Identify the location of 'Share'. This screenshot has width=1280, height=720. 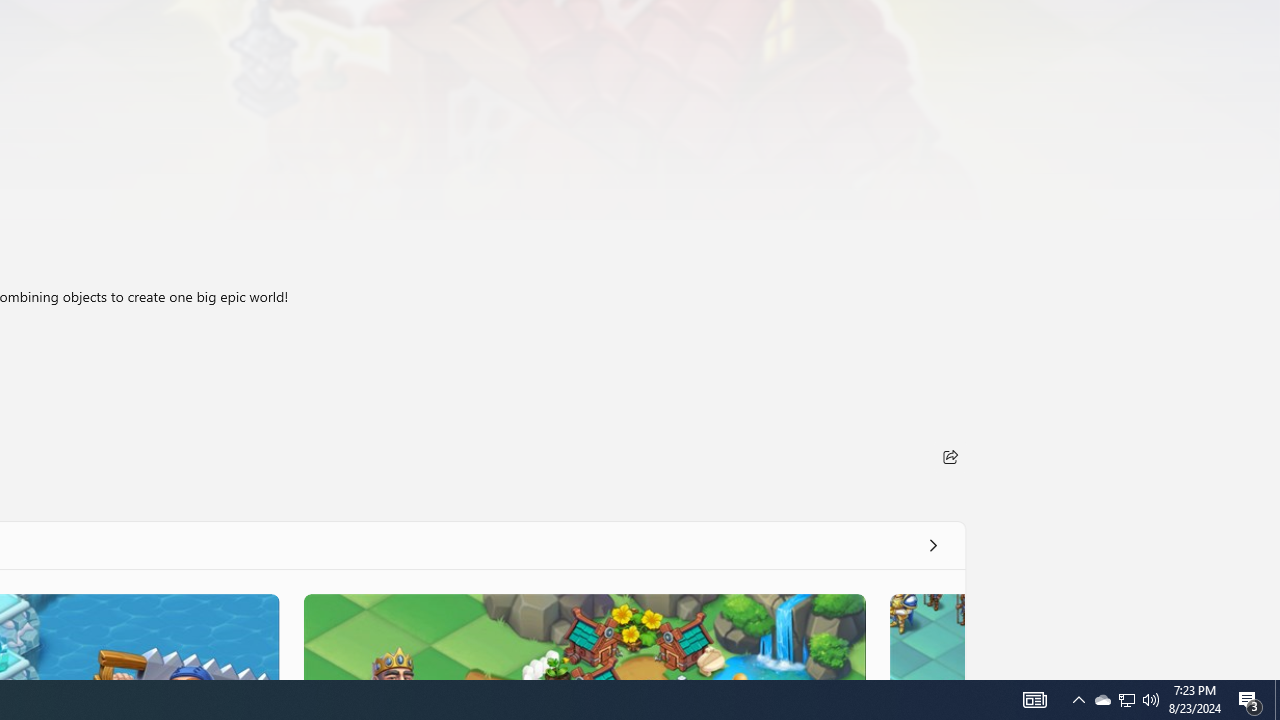
(949, 456).